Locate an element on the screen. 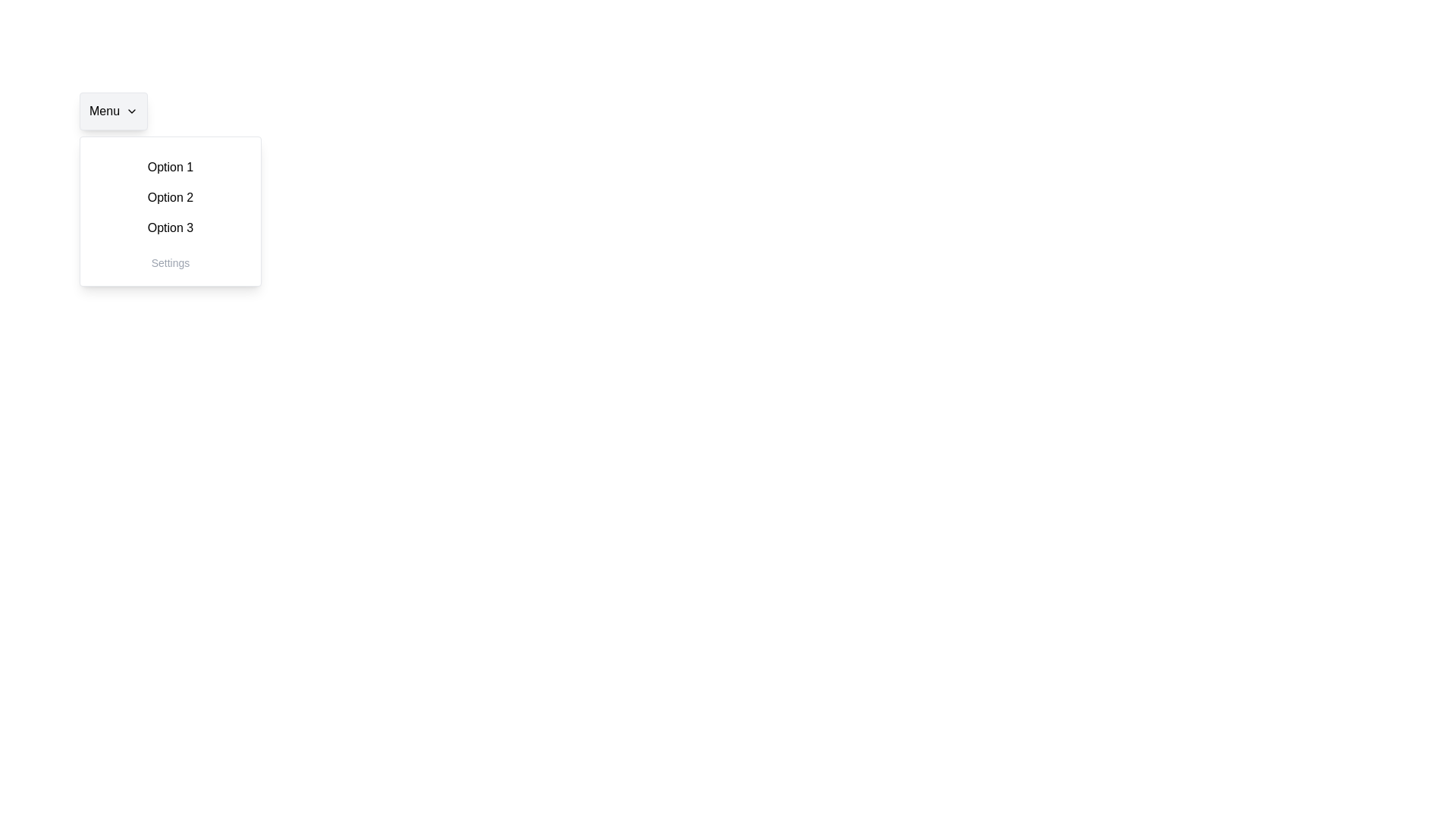  the third menu option labeled 'Option 3' is located at coordinates (171, 227).